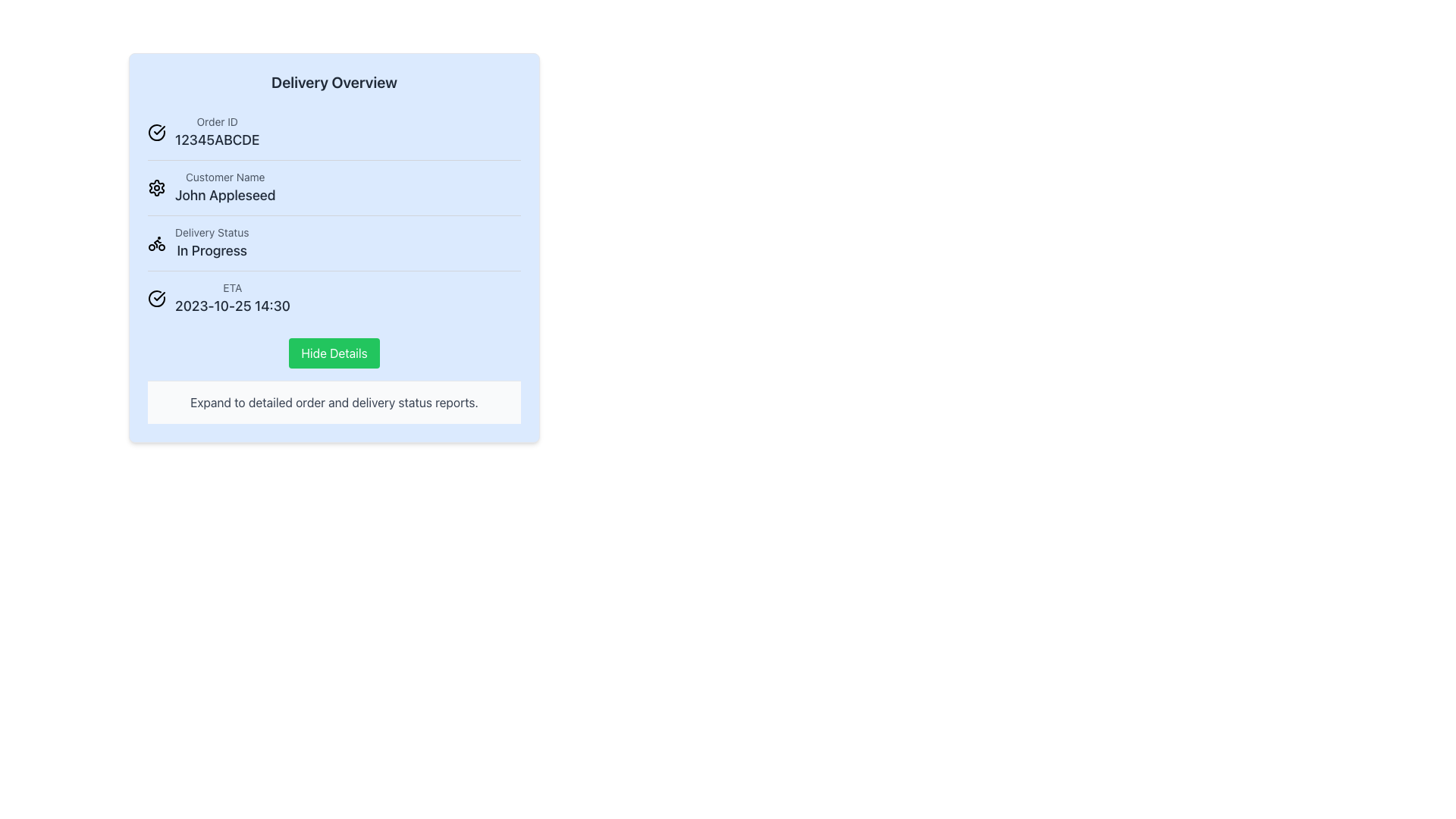 This screenshot has width=1456, height=819. I want to click on the 'Order ID' label text, which is displayed in a small, gray font aligned to the left, positioned above the order ID value '12345ABCDE' within the delivery information card, so click(216, 121).